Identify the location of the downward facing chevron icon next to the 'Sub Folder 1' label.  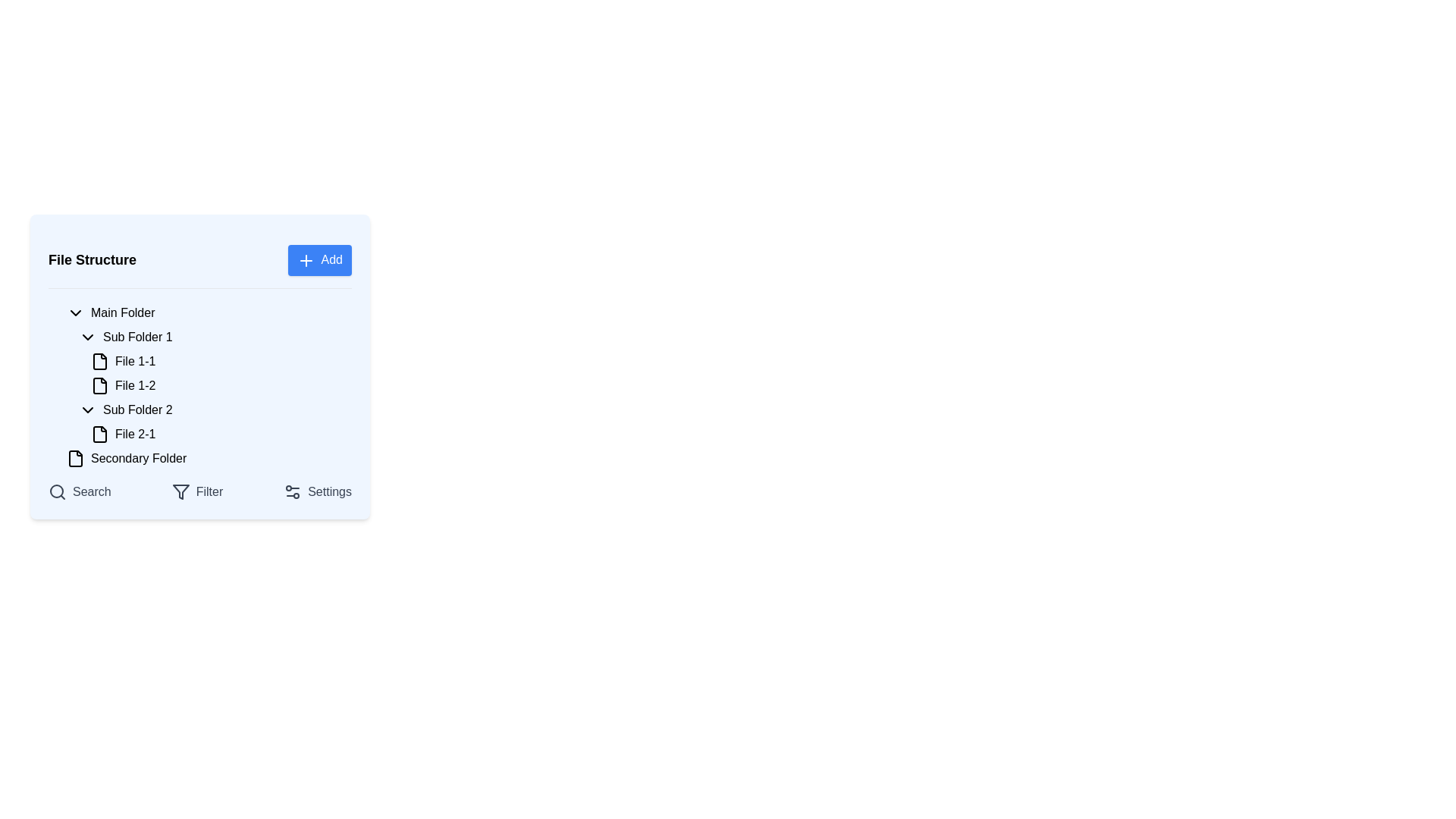
(86, 335).